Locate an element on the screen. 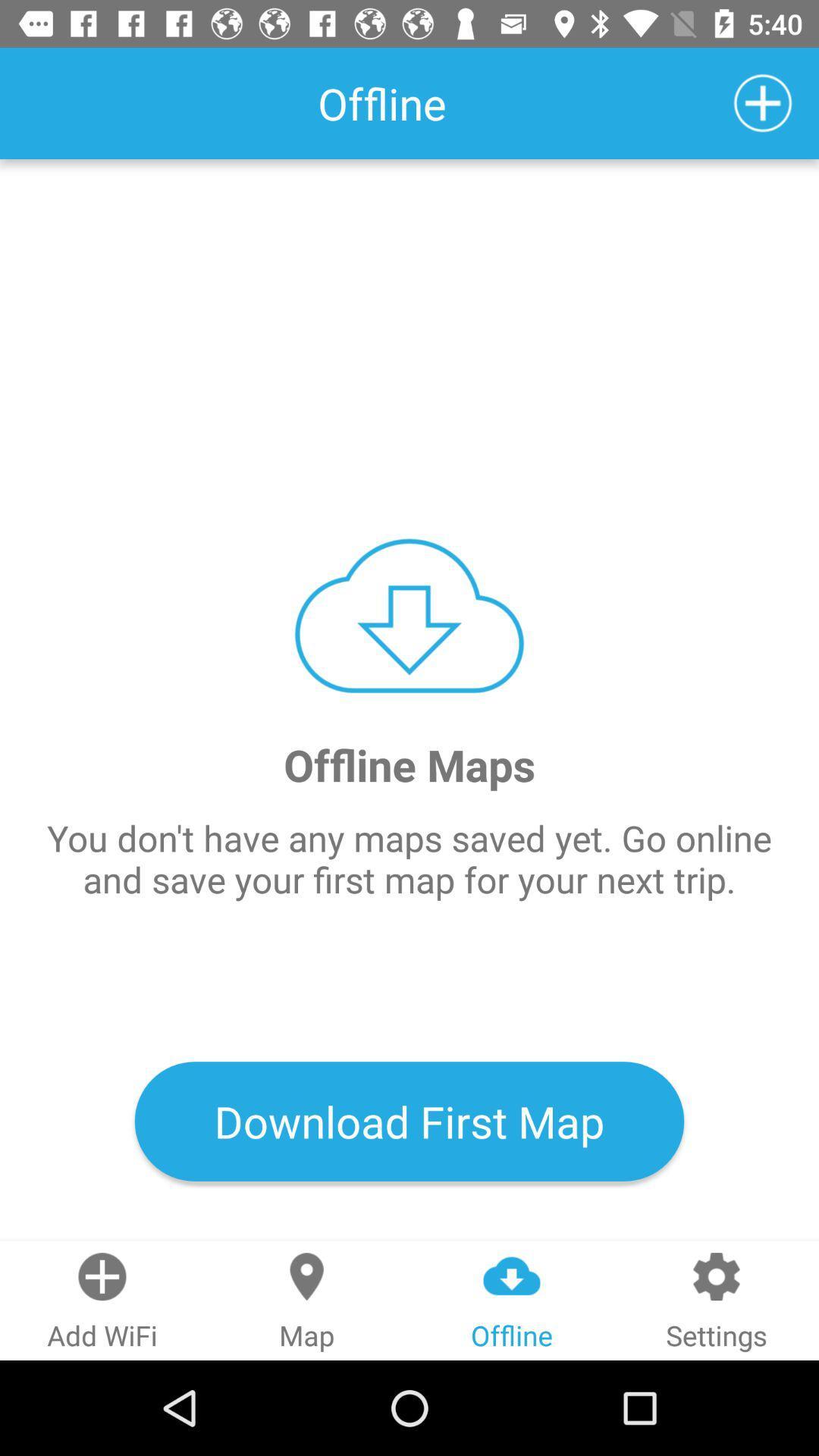  map is located at coordinates (763, 102).